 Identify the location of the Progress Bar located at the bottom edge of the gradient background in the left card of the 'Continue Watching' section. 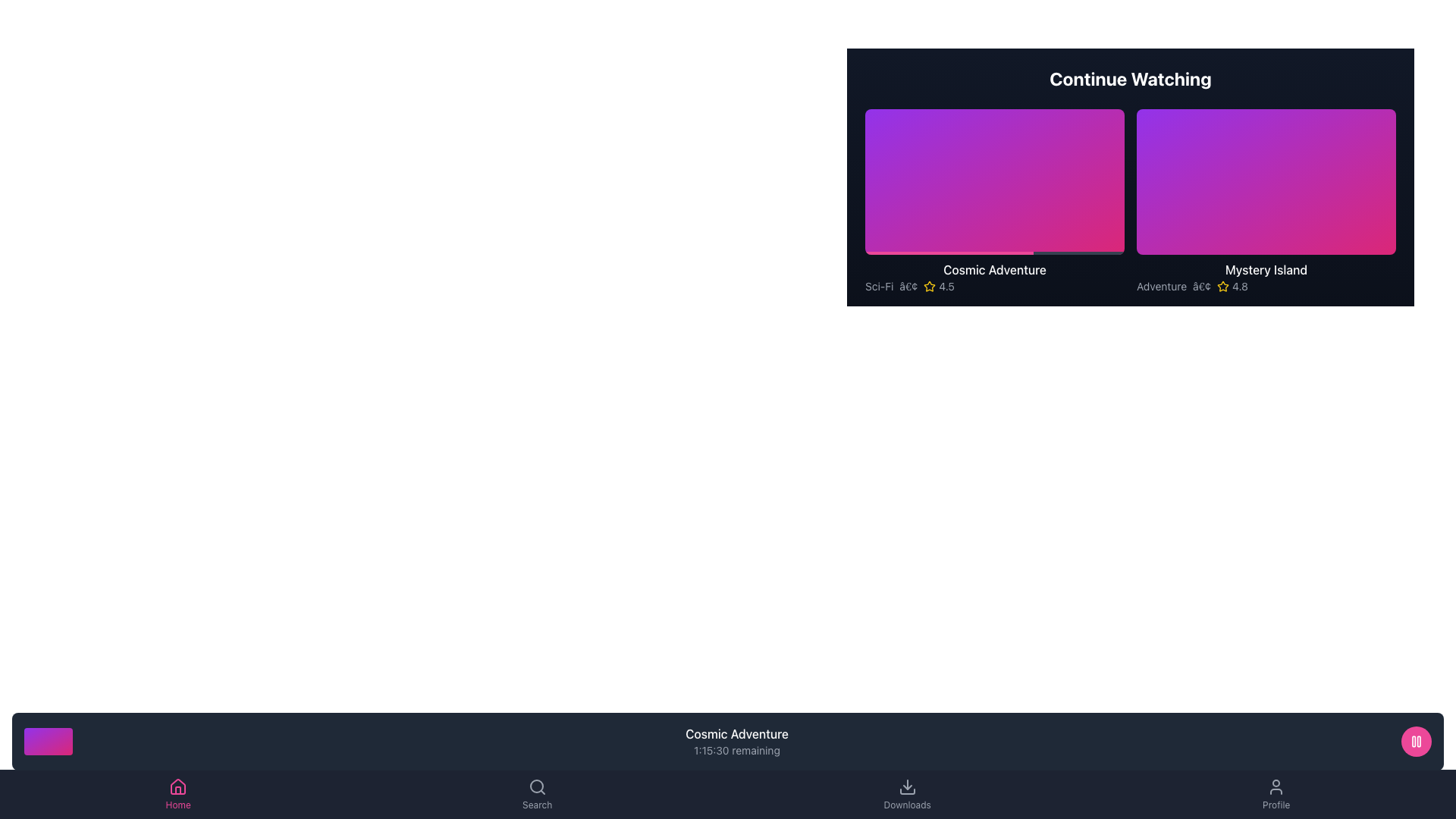
(994, 253).